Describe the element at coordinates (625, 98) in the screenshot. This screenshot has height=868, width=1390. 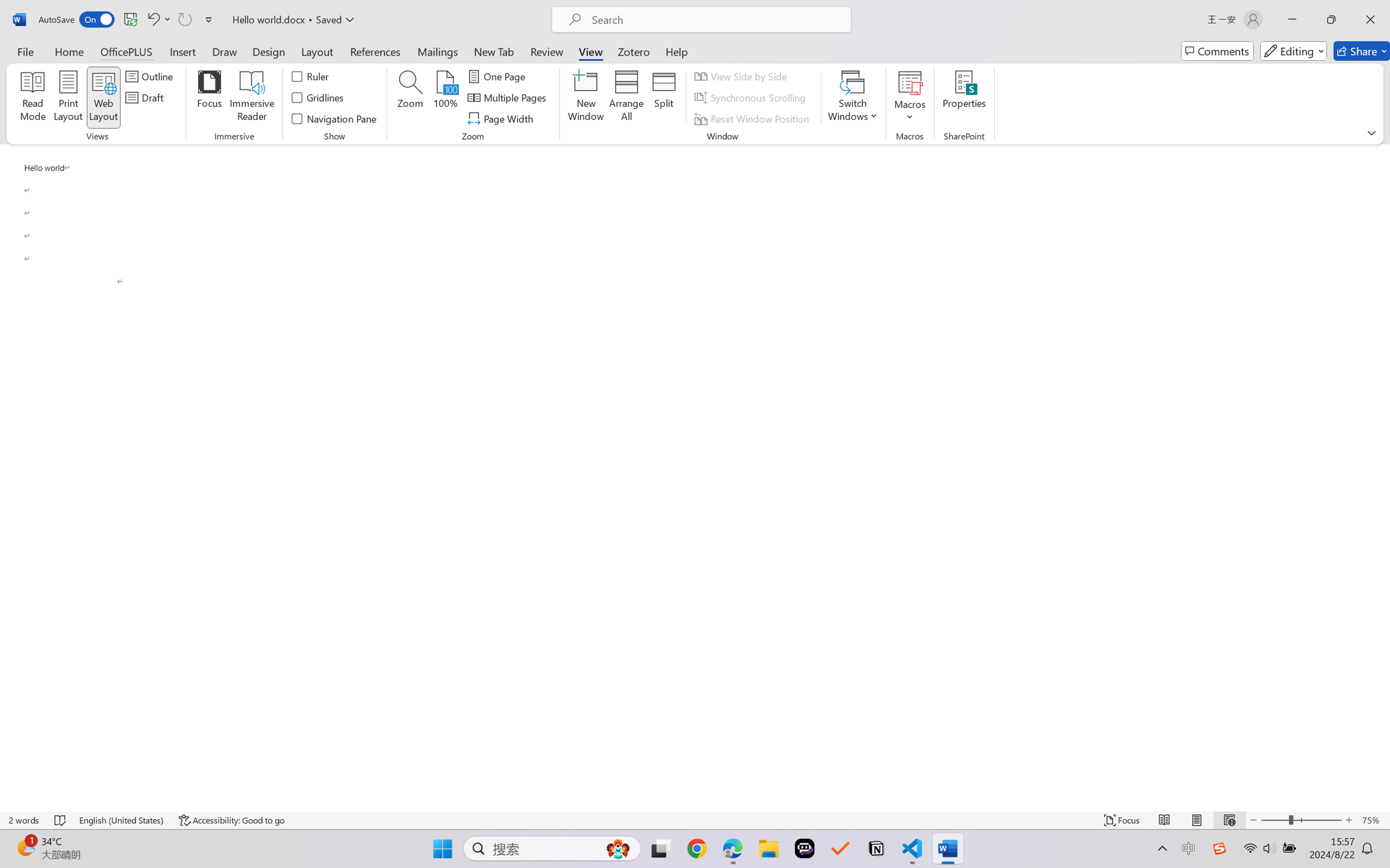
I see `'Arrange All'` at that location.